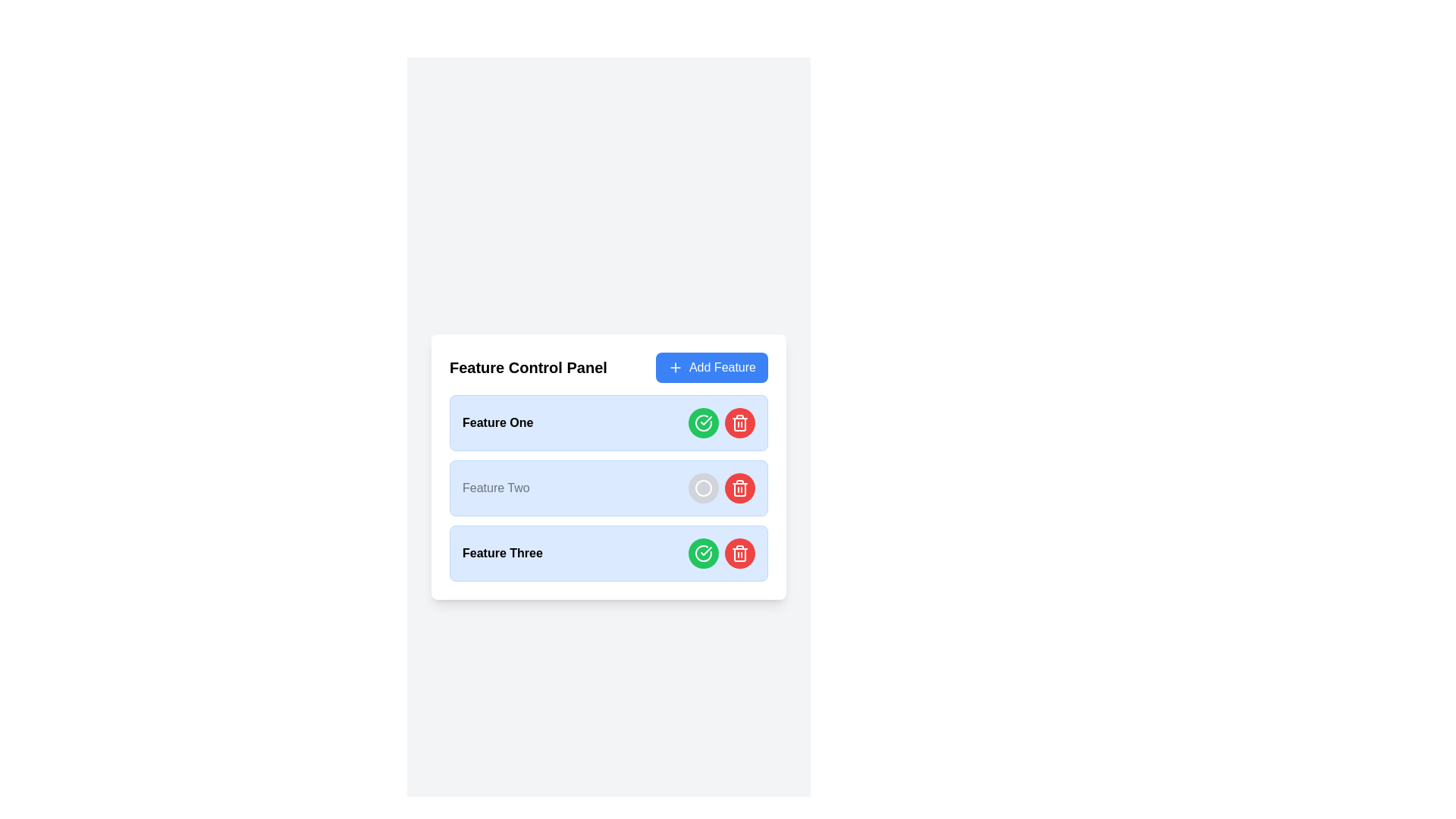 Image resolution: width=1456 pixels, height=819 pixels. What do you see at coordinates (502, 553) in the screenshot?
I see `the 'Feature Three' label, which is the third item in the vertically-stacked list within the 'Feature Control Panel' card` at bounding box center [502, 553].